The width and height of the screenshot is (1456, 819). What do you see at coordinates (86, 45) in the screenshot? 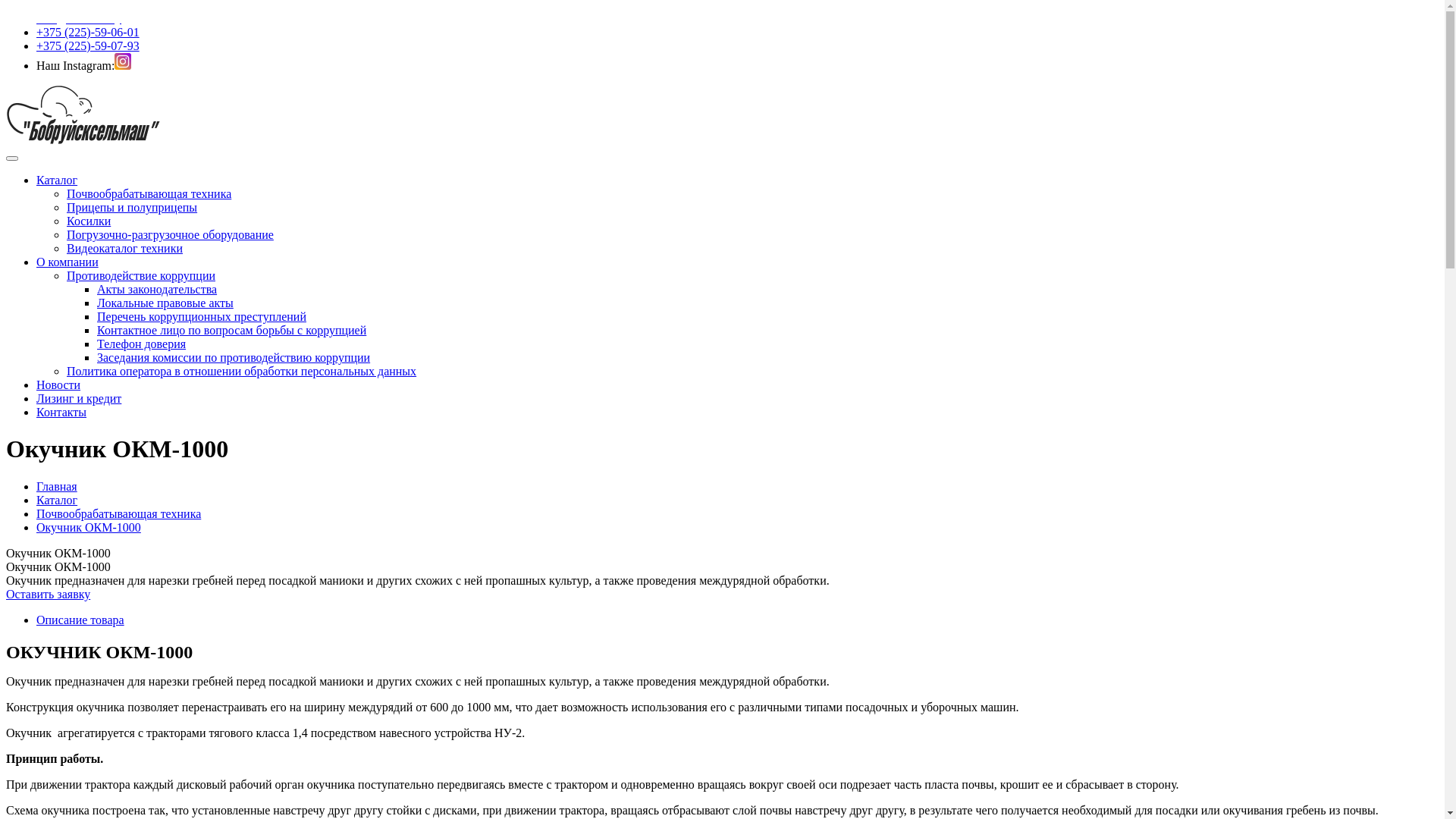
I see `'+375 (225)-59-07-93'` at bounding box center [86, 45].